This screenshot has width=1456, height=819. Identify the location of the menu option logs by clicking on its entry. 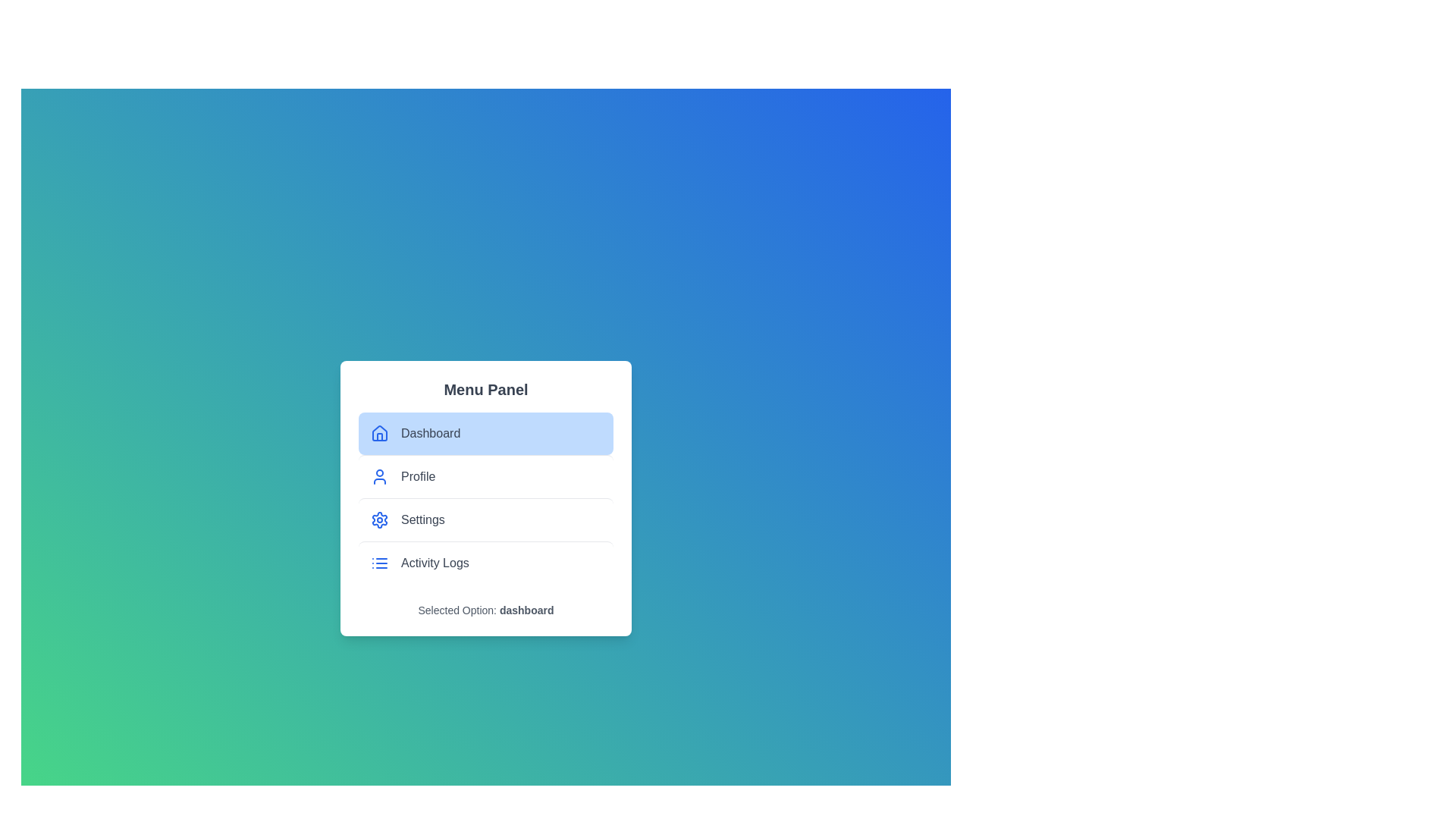
(486, 562).